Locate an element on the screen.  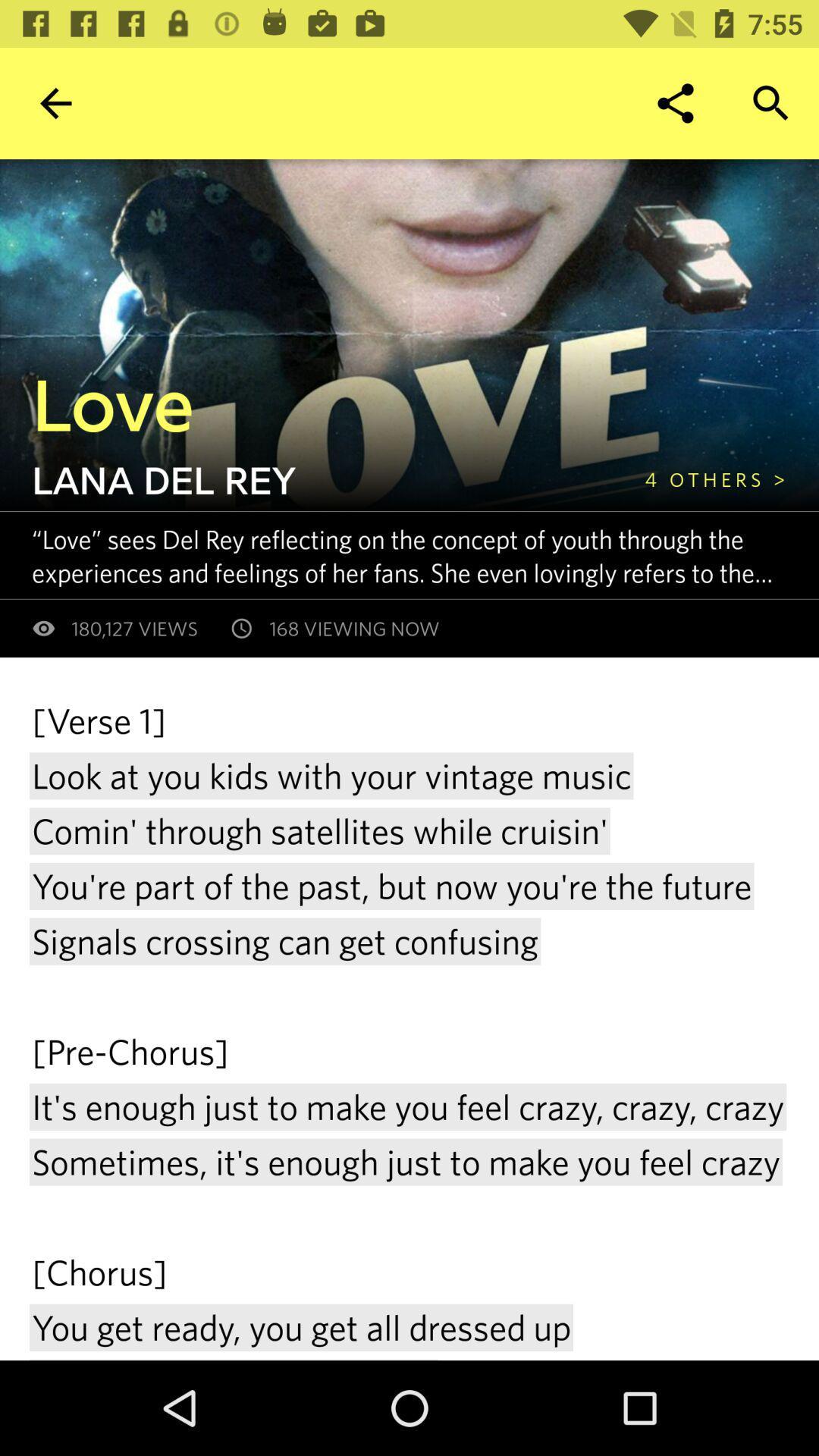
icon next to the lana del rey icon is located at coordinates (715, 479).